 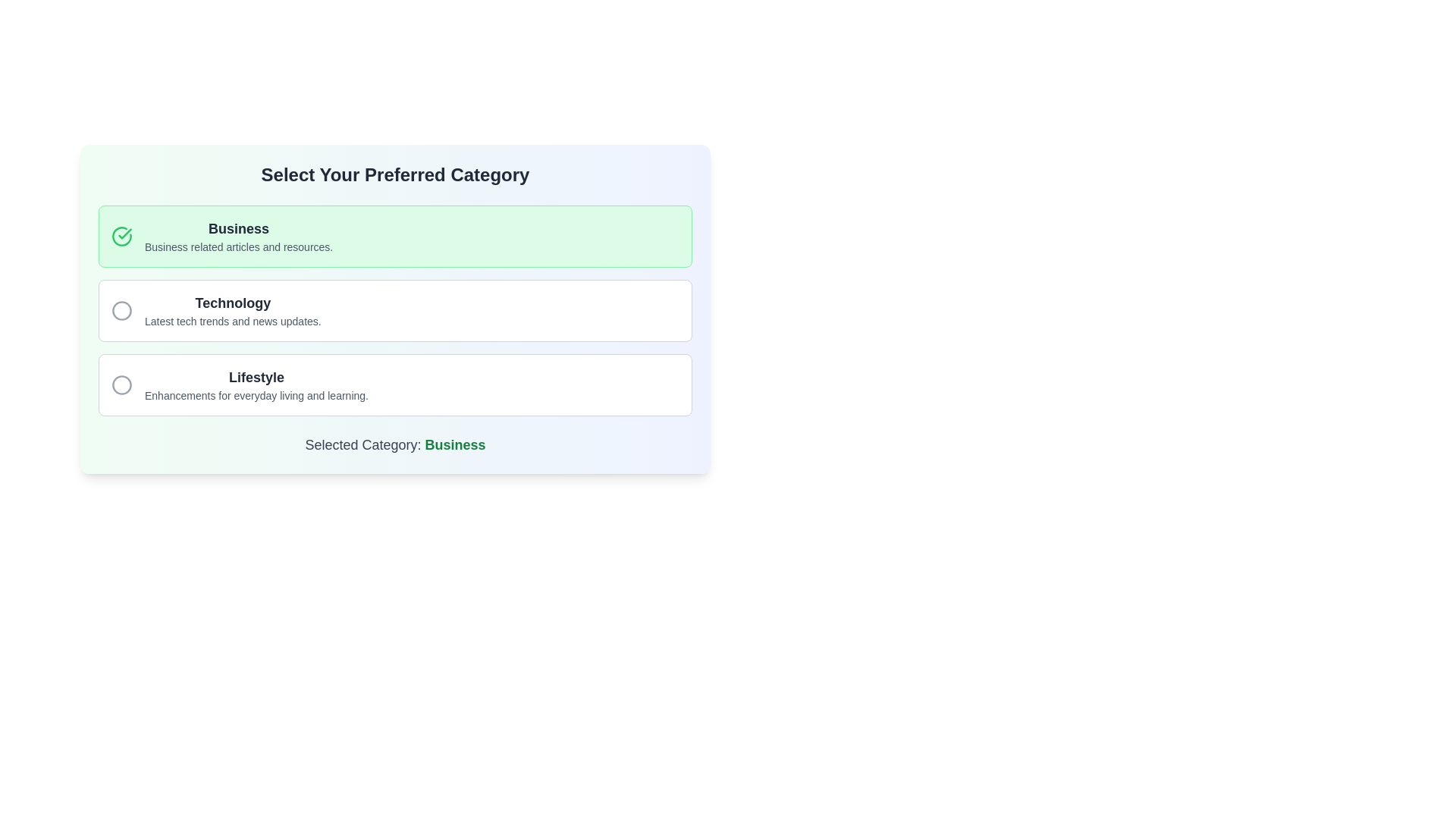 What do you see at coordinates (122, 384) in the screenshot?
I see `the graphical circular component of the radio button representing the 'Lifestyle' option in the category selection group` at bounding box center [122, 384].